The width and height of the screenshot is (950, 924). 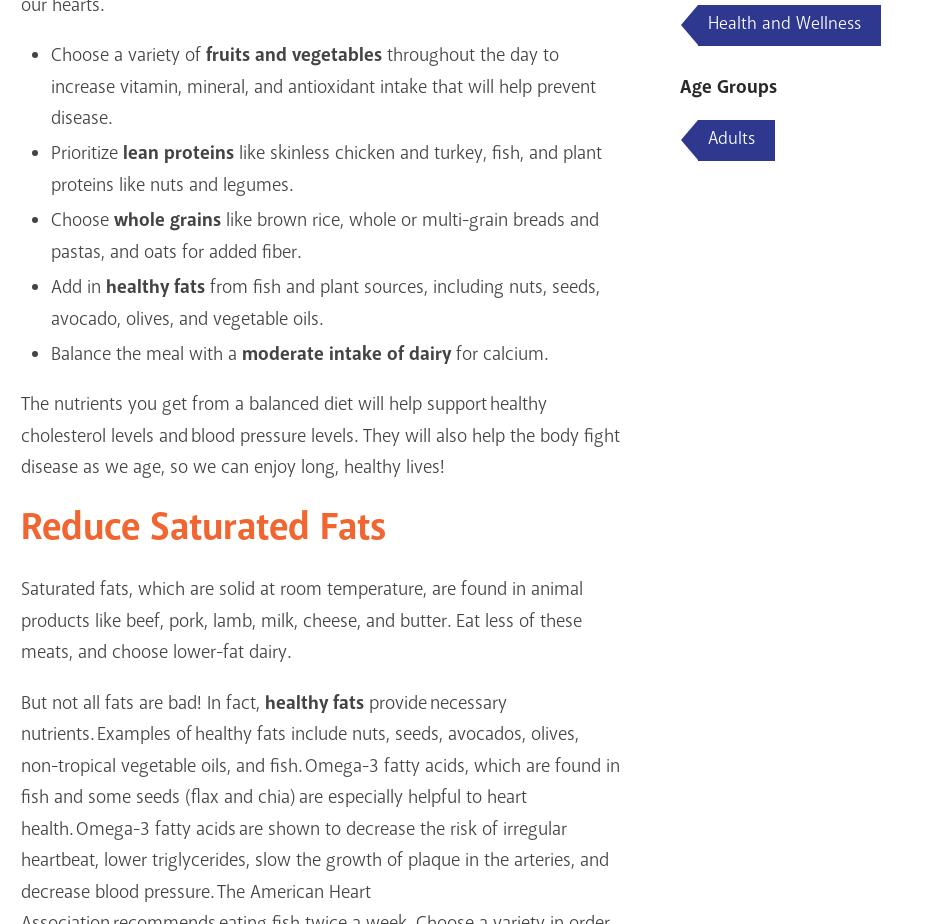 I want to click on 'Age Groups', so click(x=727, y=87).